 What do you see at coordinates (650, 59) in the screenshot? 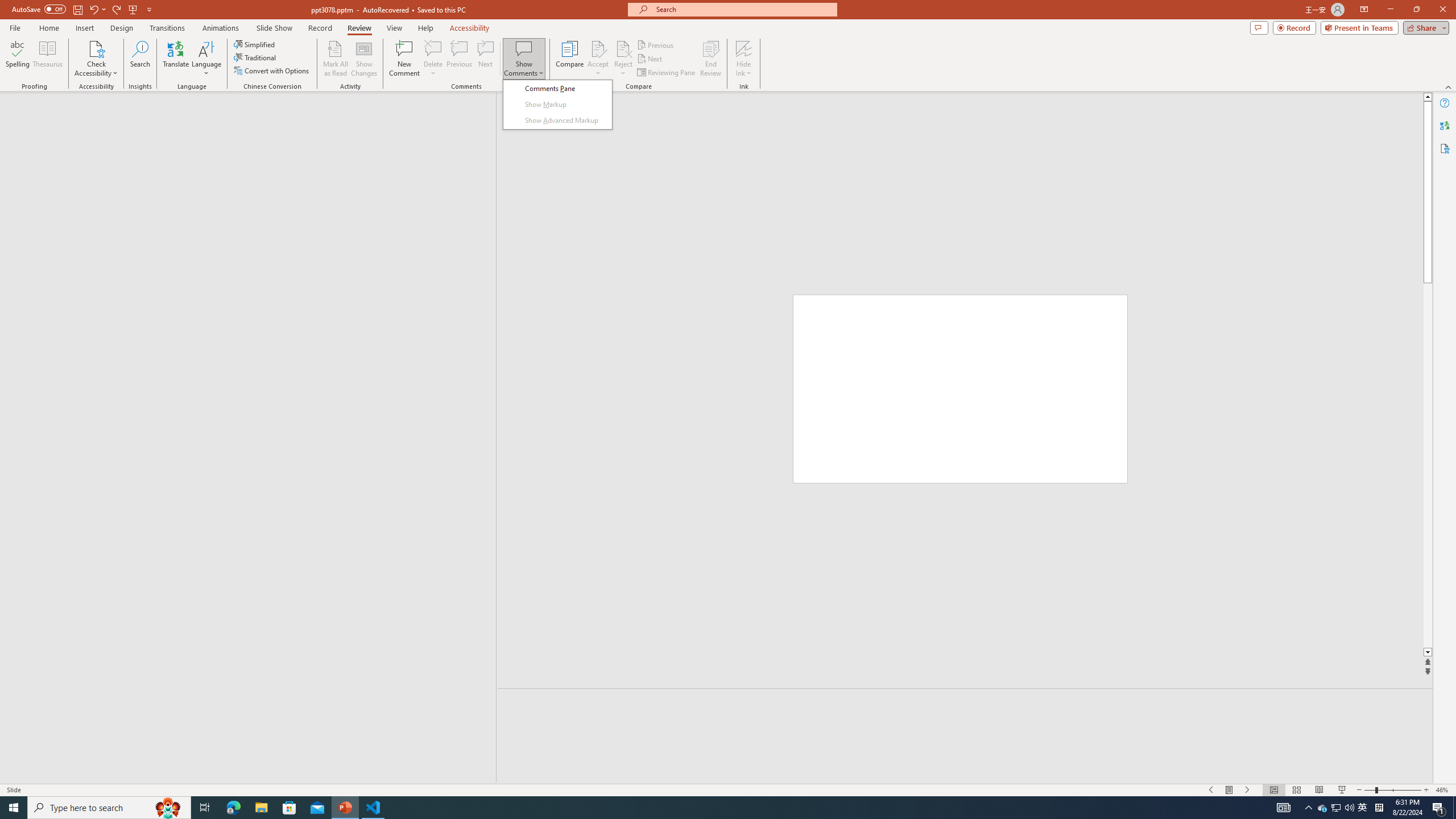
I see `'Next'` at bounding box center [650, 59].